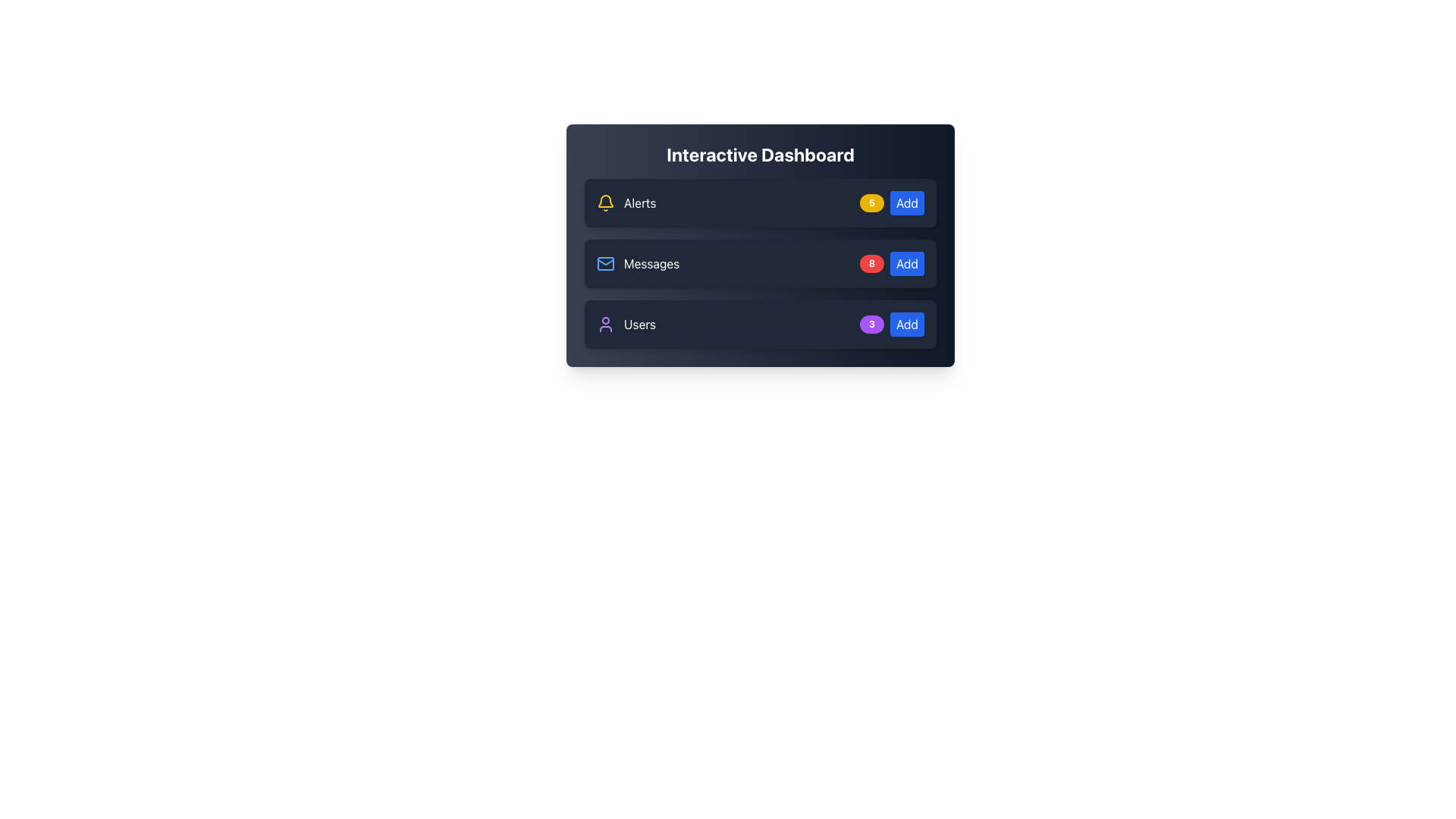 This screenshot has height=819, width=1456. I want to click on the 'Users' text label that indicates the category in the user interface, positioned to the right of a user figure icon within the Interactive Dashboard, so click(640, 324).